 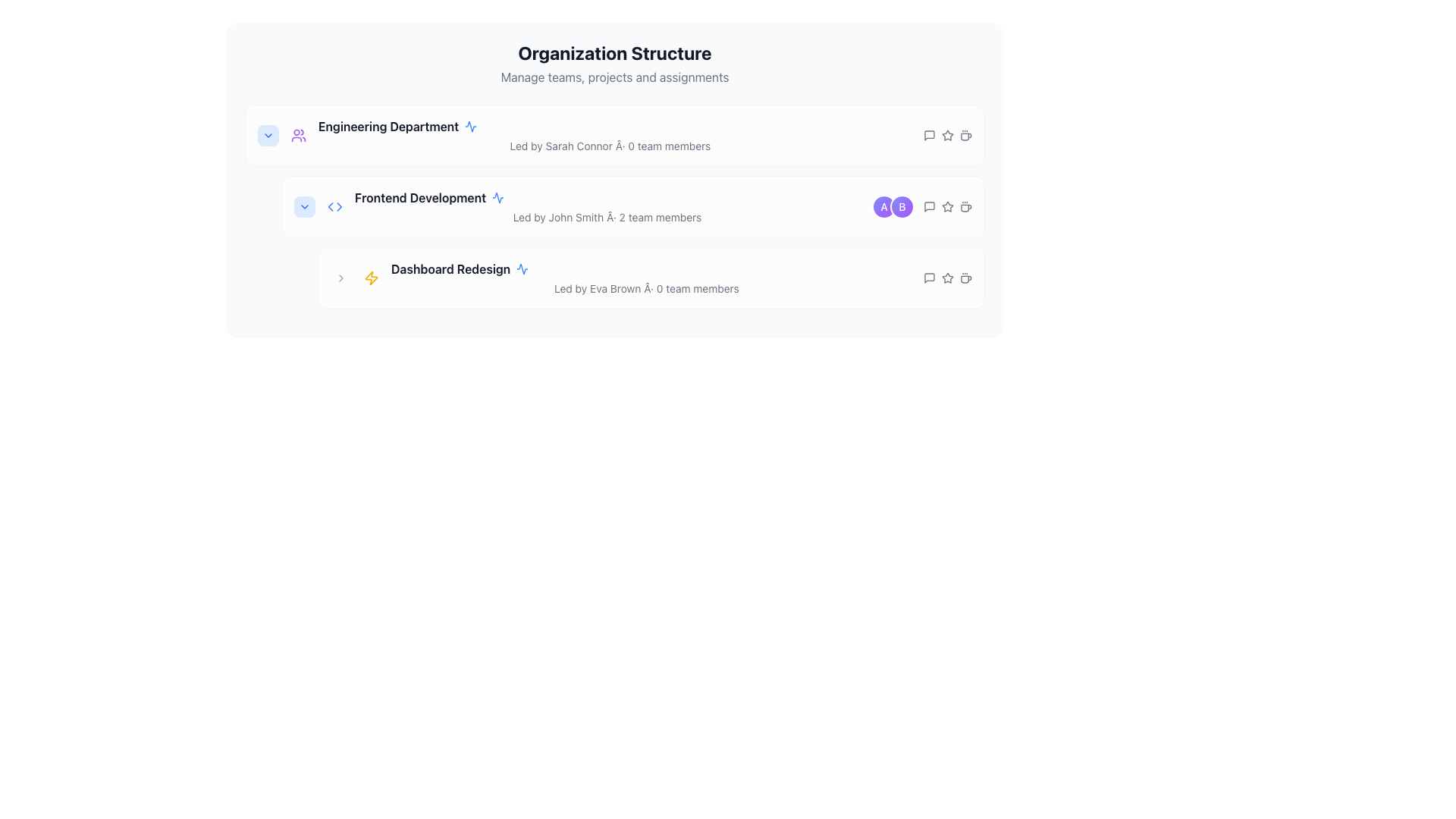 What do you see at coordinates (884, 207) in the screenshot?
I see `the avatar representing the entity associated with the 'Frontend Development' list item by moving the cursor to its center` at bounding box center [884, 207].